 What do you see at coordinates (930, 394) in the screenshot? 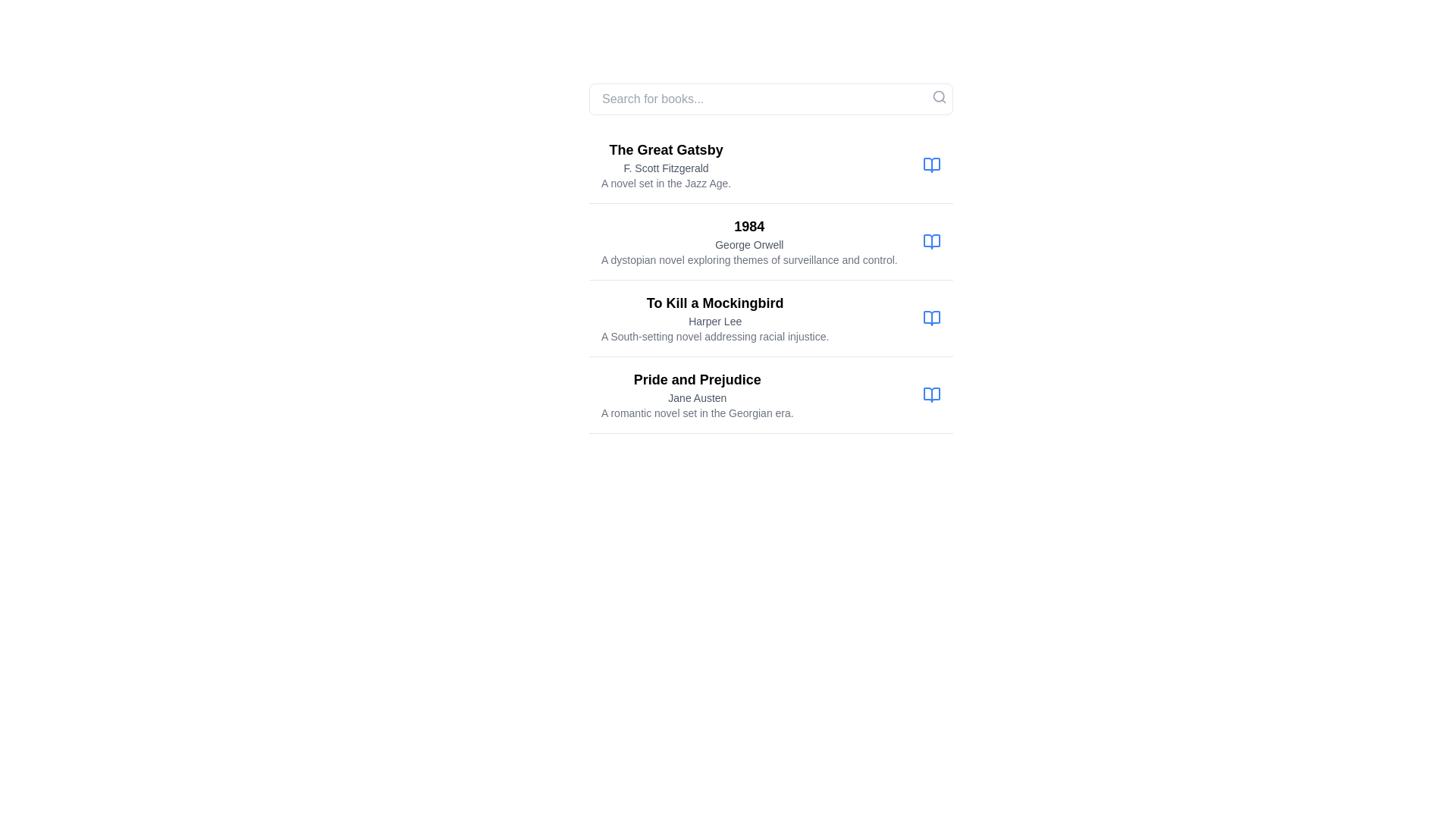
I see `the open book icon, which is visually styled with a blue tint and represents reading options, located to the right of the 'Pride and Prejudice' entry` at bounding box center [930, 394].